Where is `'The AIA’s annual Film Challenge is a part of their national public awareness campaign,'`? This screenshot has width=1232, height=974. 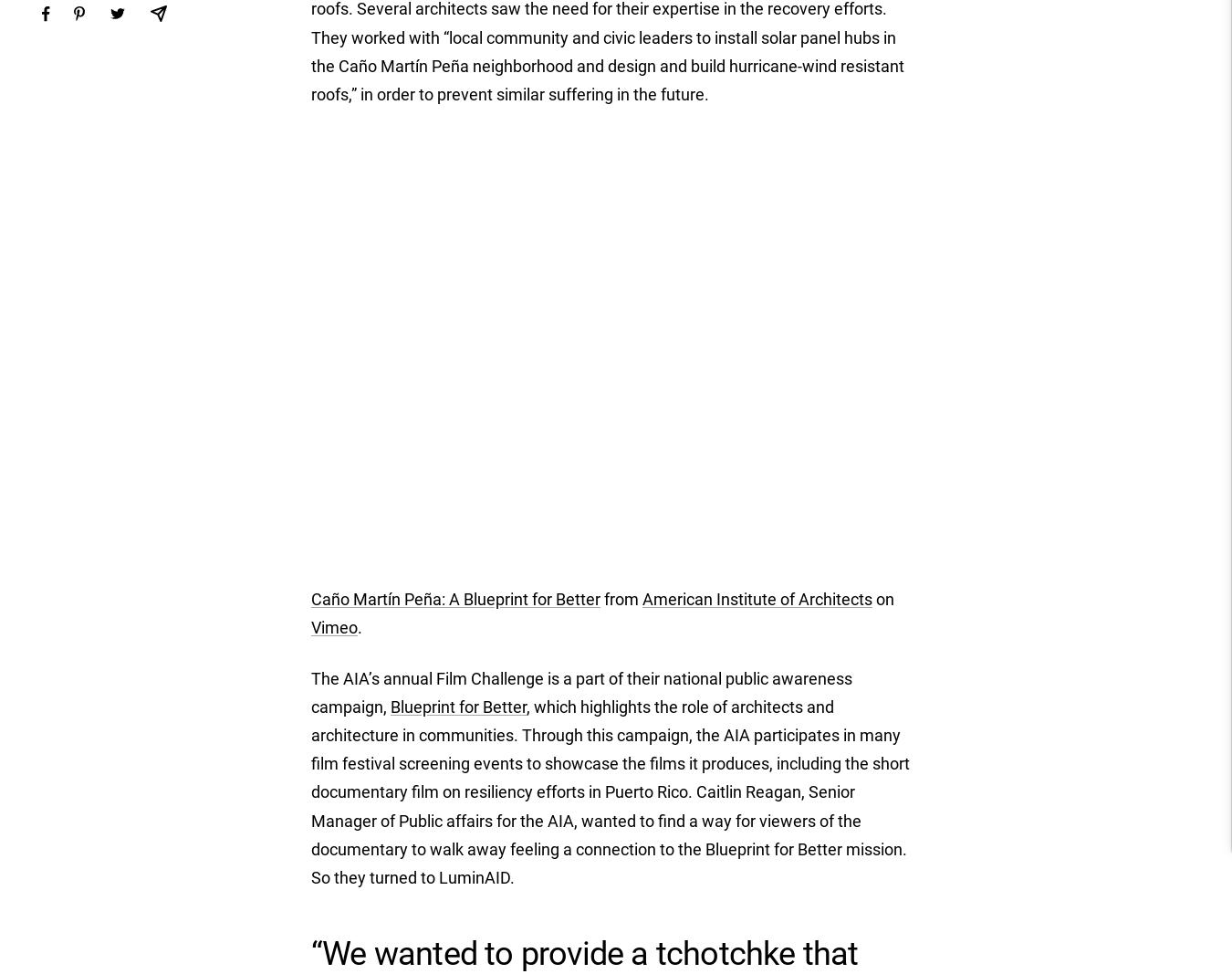
'The AIA’s annual Film Challenge is a part of their national public awareness campaign,' is located at coordinates (581, 690).